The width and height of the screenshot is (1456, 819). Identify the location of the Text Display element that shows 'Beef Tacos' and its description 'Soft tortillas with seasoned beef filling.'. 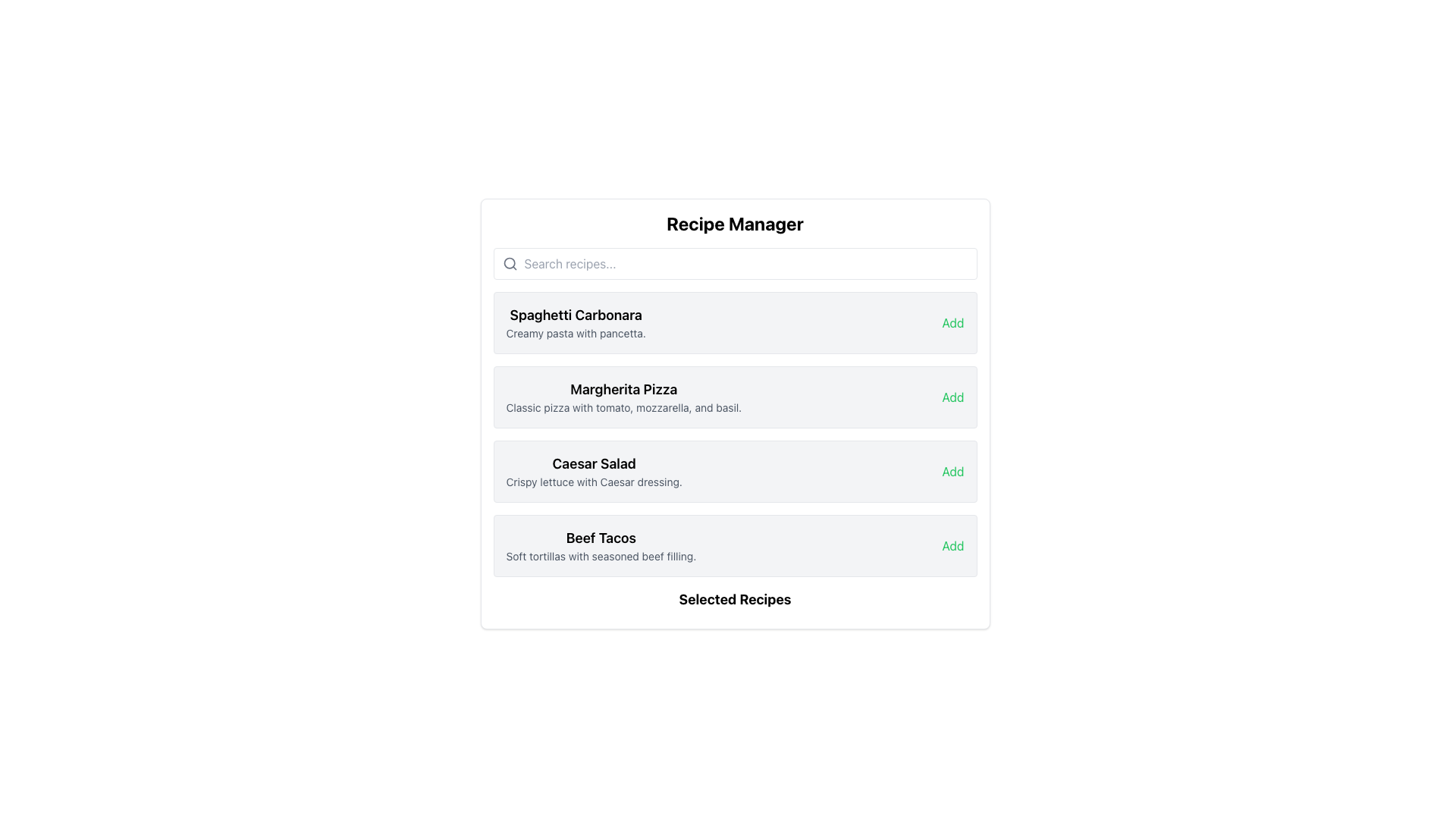
(600, 546).